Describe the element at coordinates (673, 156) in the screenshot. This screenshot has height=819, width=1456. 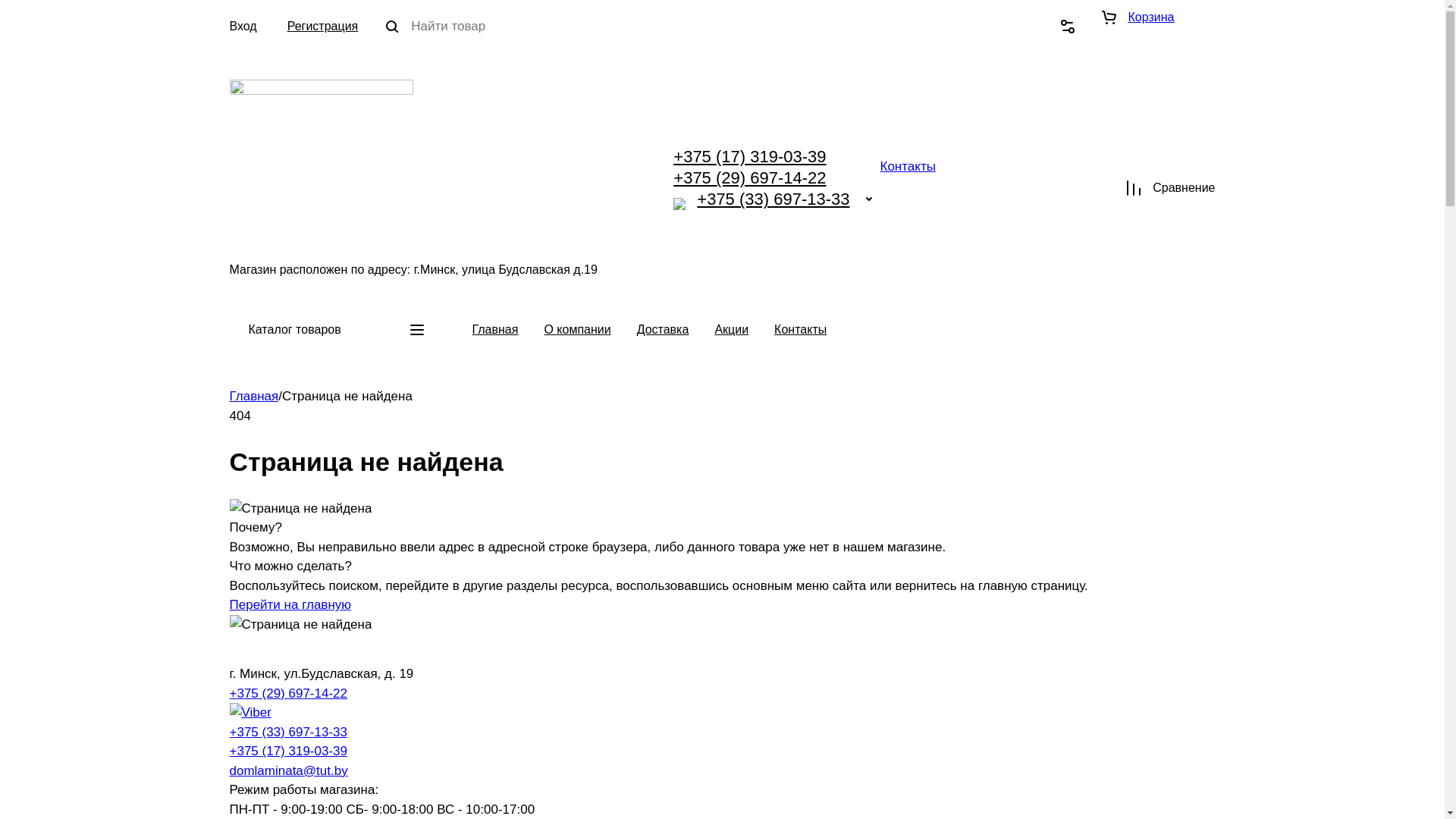
I see `'+375 (17) 319-03-39'` at that location.